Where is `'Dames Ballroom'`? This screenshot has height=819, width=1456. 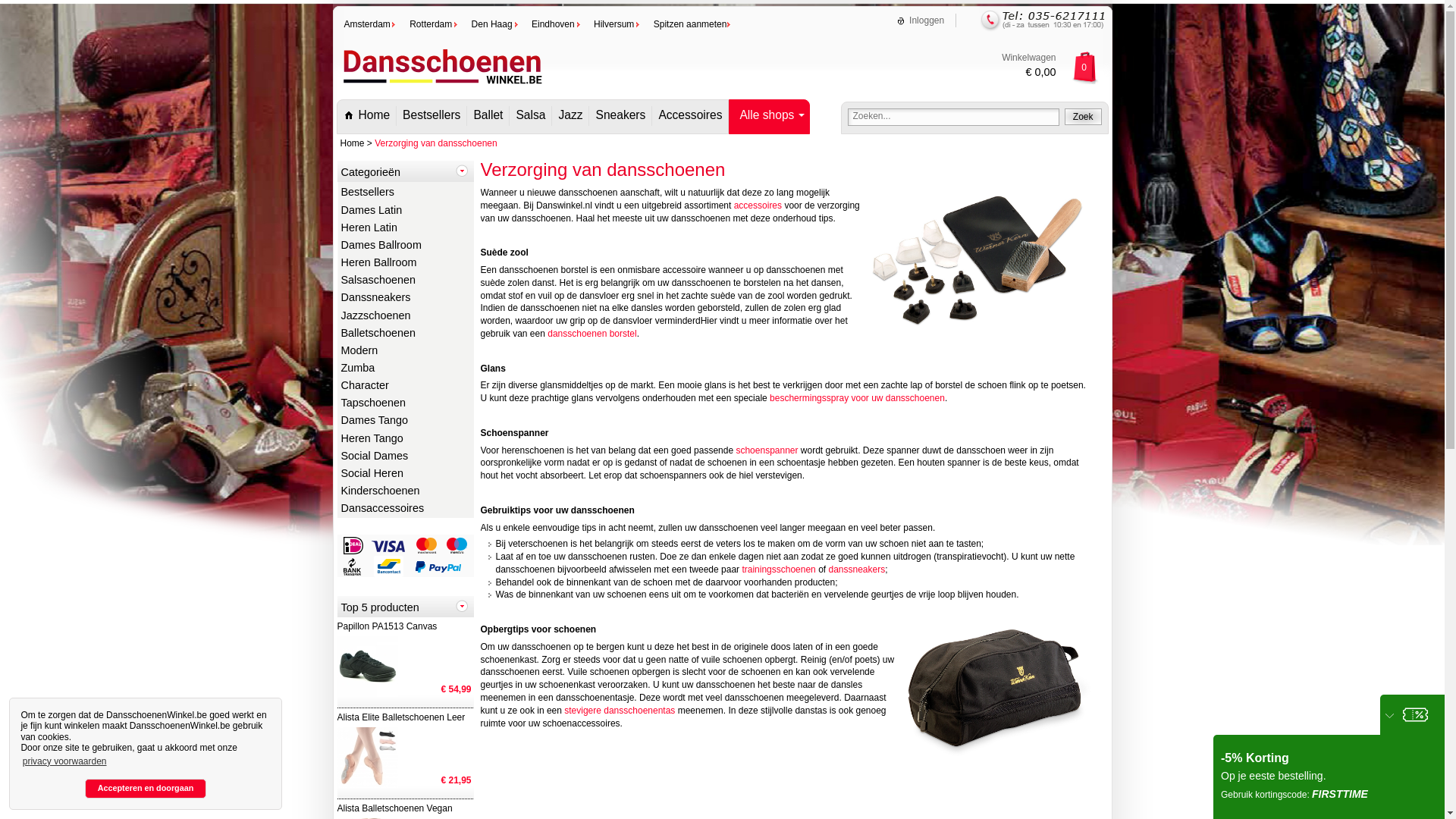 'Dames Ballroom' is located at coordinates (404, 245).